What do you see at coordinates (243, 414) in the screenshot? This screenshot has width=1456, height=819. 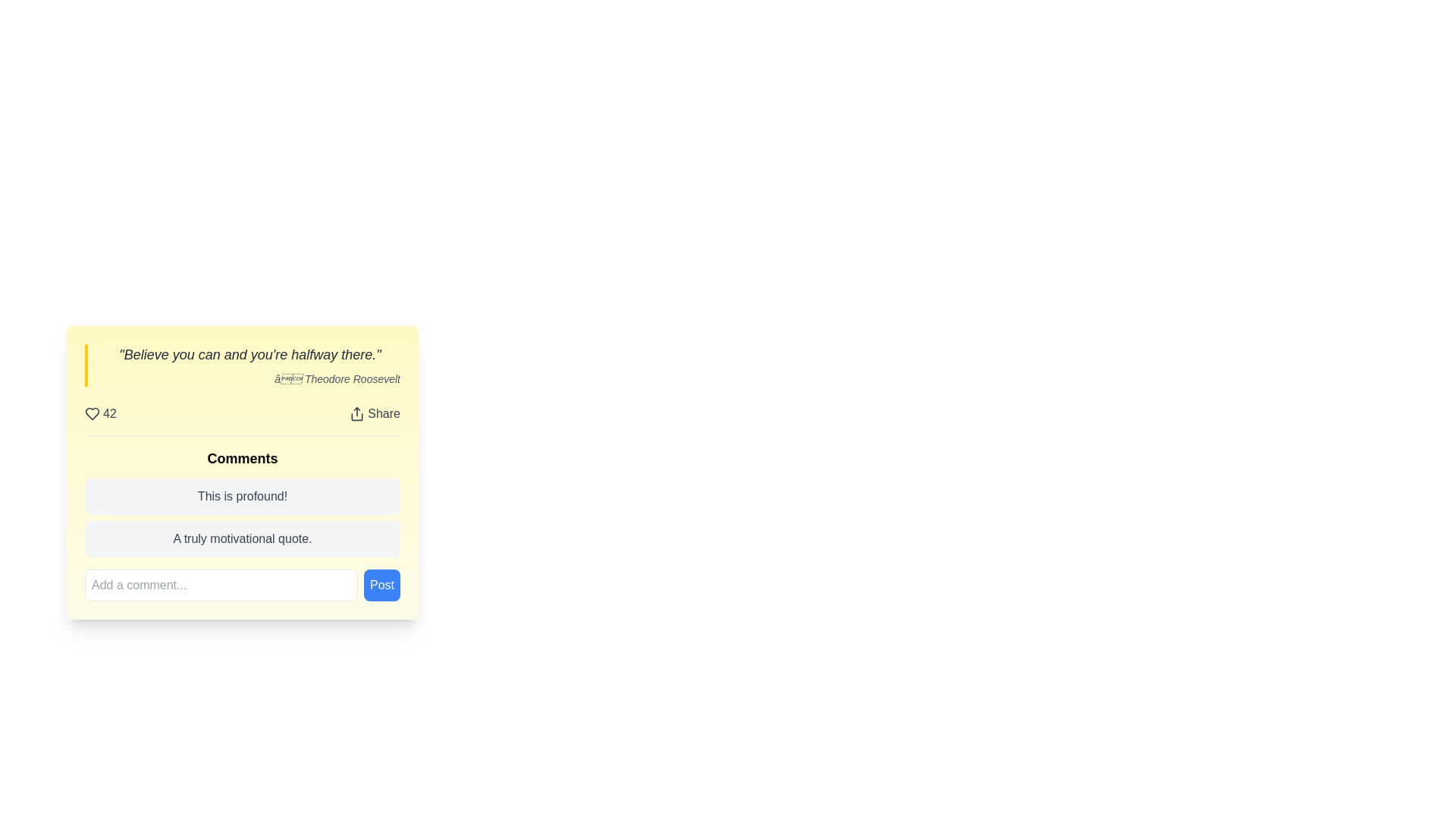 I see `the interactive element grouping containing the like counter and share button` at bounding box center [243, 414].